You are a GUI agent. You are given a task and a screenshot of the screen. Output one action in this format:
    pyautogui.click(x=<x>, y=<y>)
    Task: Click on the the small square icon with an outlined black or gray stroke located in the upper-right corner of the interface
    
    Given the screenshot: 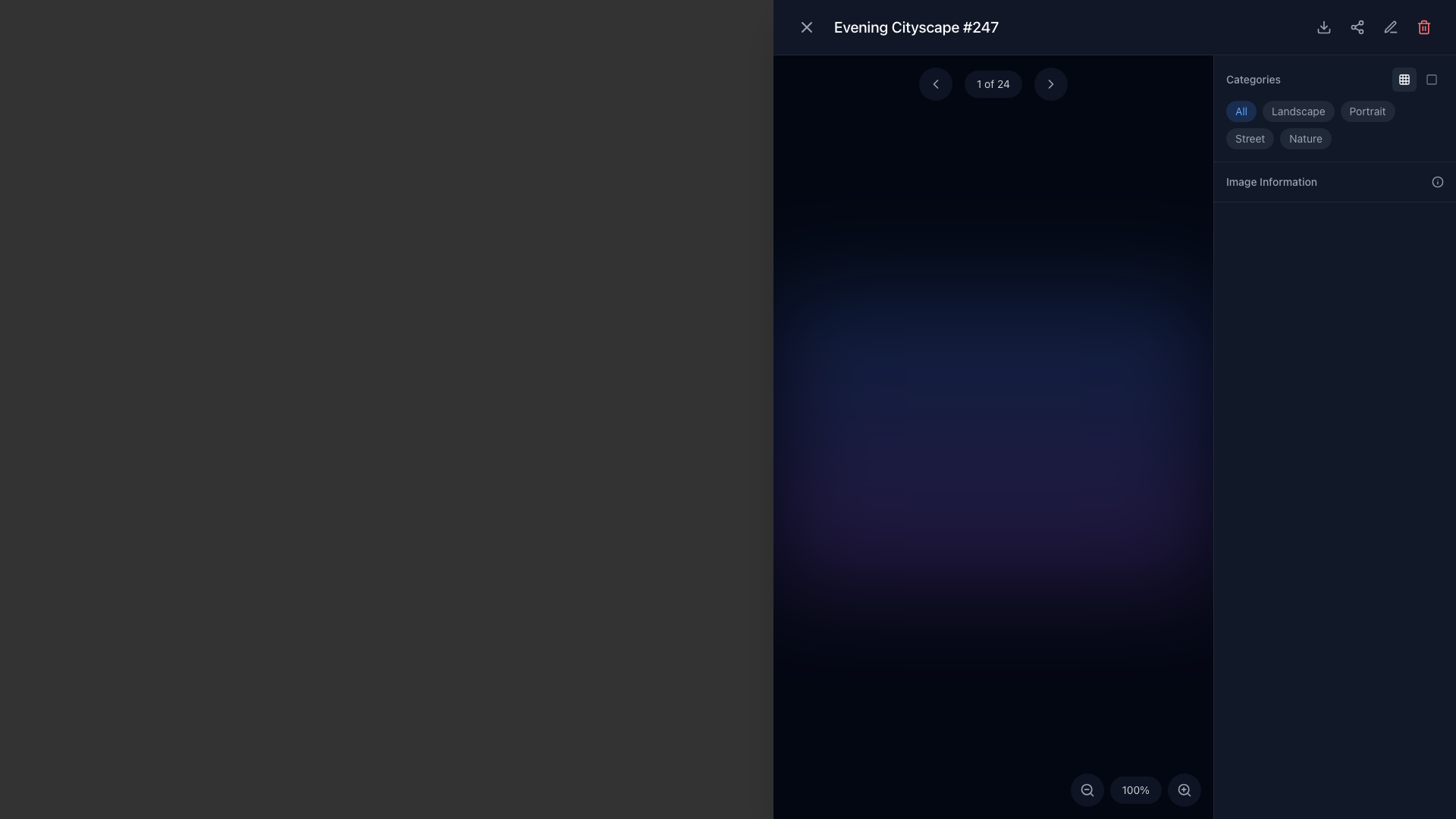 What is the action you would take?
    pyautogui.click(x=1430, y=79)
    